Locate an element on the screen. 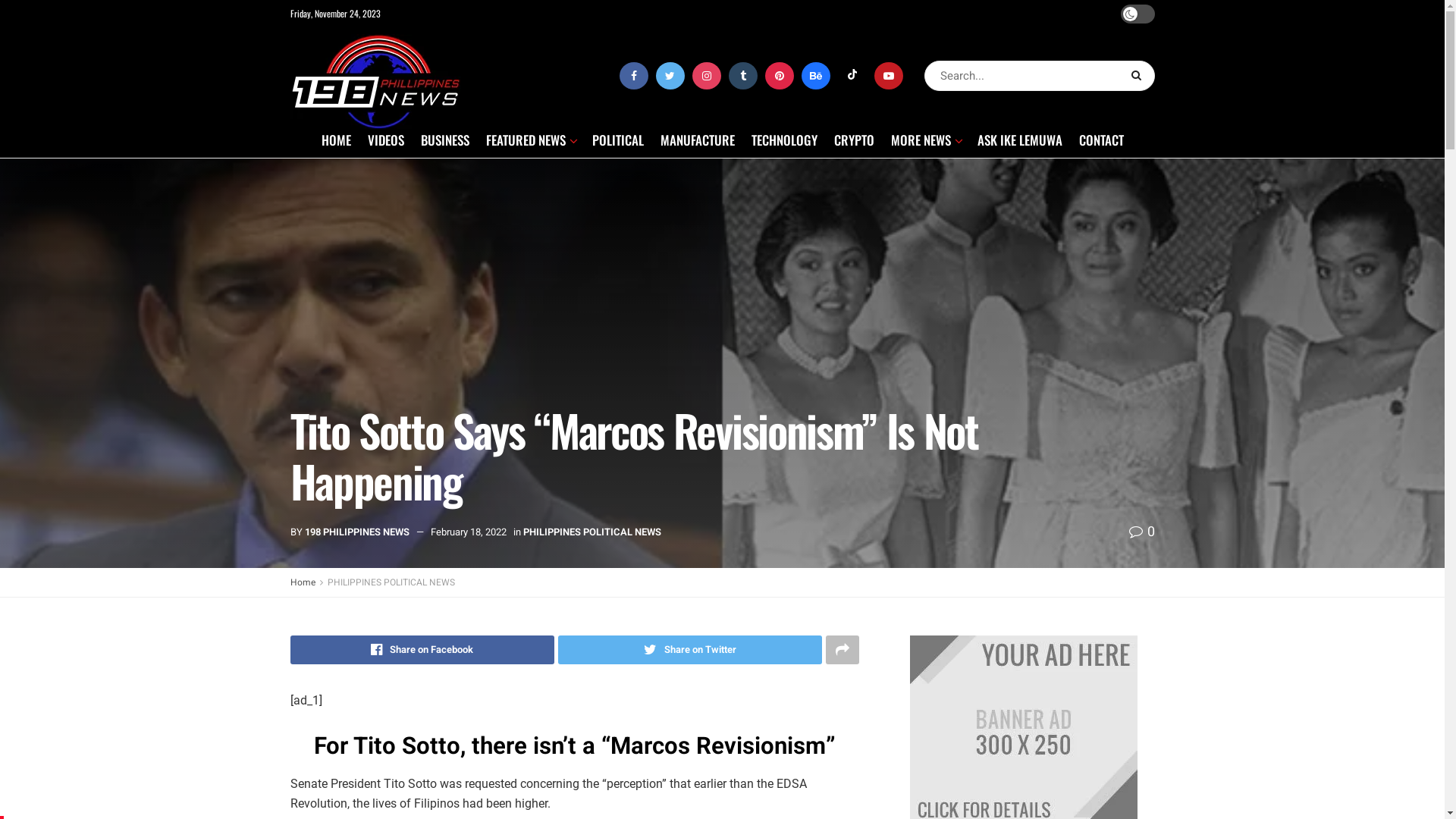 The image size is (1456, 819). '198 PHILIPPINES NEWS' is located at coordinates (356, 531).